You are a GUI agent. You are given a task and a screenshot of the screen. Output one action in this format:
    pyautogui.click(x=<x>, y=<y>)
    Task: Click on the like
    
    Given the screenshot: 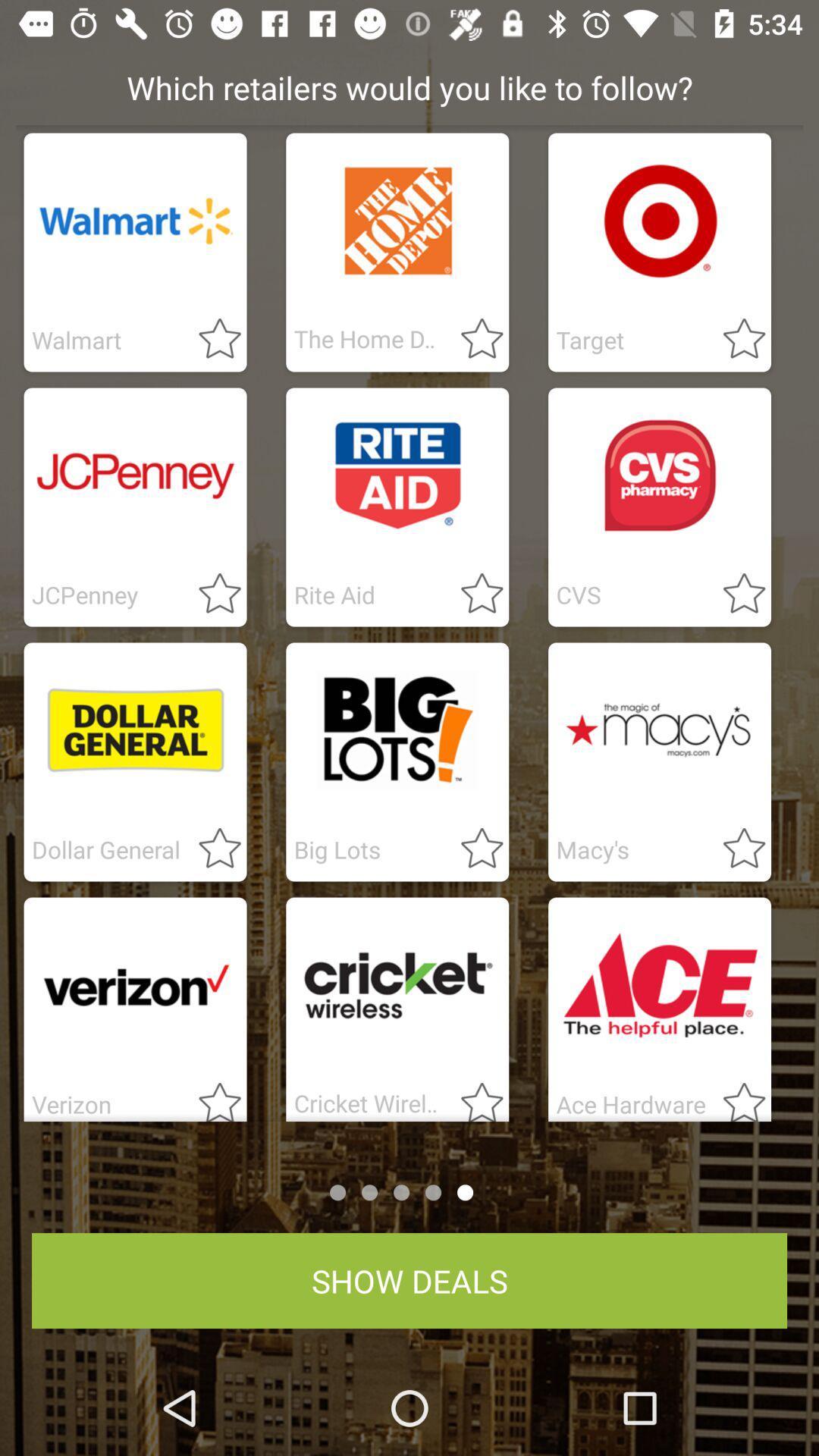 What is the action you would take?
    pyautogui.click(x=211, y=594)
    